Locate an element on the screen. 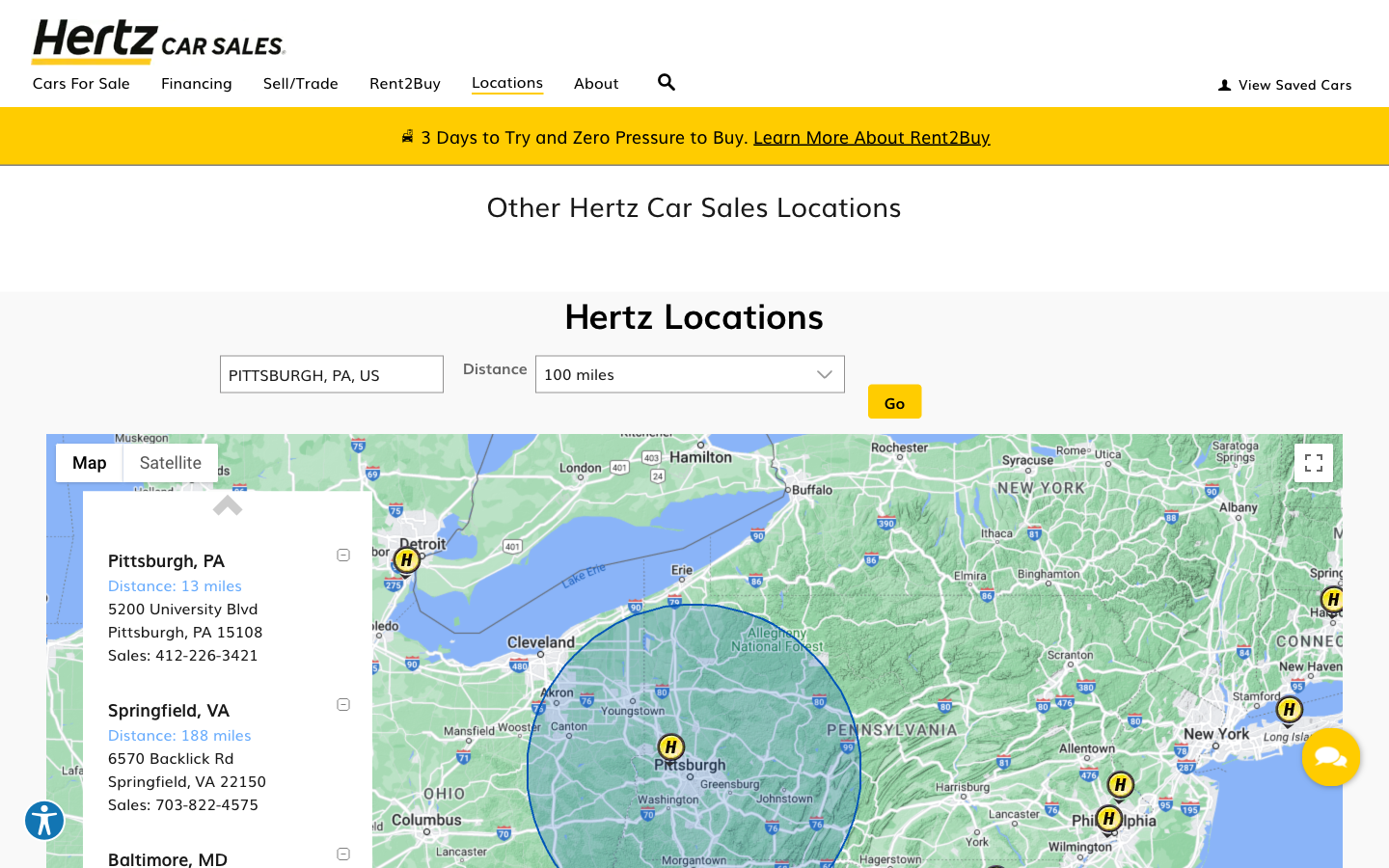 Image resolution: width=1389 pixels, height=868 pixels. Delve deeper into details about Springfield, VA is located at coordinates (167, 708).